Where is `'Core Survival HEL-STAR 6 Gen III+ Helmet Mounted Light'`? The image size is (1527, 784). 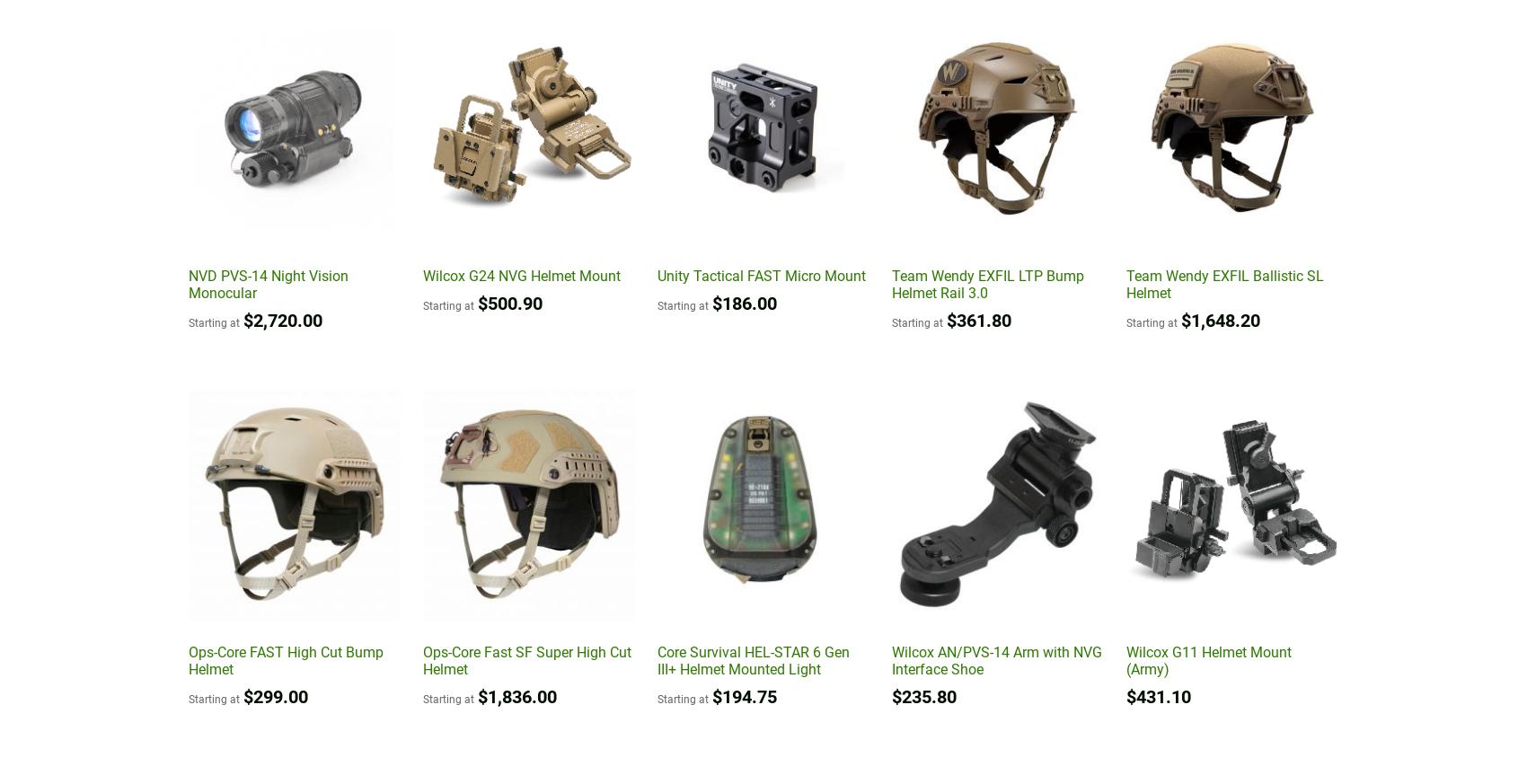 'Core Survival HEL-STAR 6 Gen III+ Helmet Mounted Light' is located at coordinates (752, 660).